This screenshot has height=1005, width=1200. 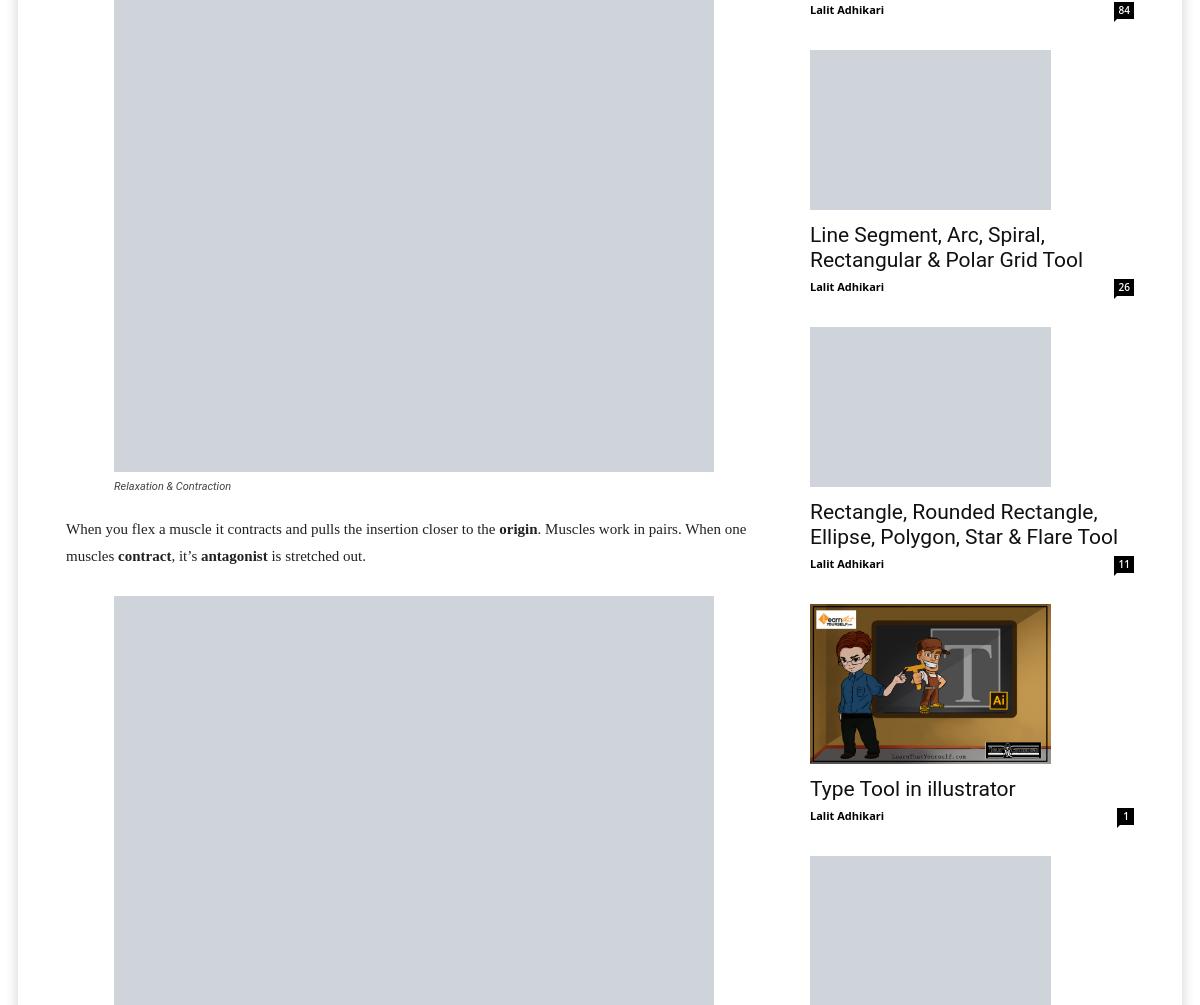 What do you see at coordinates (316, 554) in the screenshot?
I see `'is stretched out.'` at bounding box center [316, 554].